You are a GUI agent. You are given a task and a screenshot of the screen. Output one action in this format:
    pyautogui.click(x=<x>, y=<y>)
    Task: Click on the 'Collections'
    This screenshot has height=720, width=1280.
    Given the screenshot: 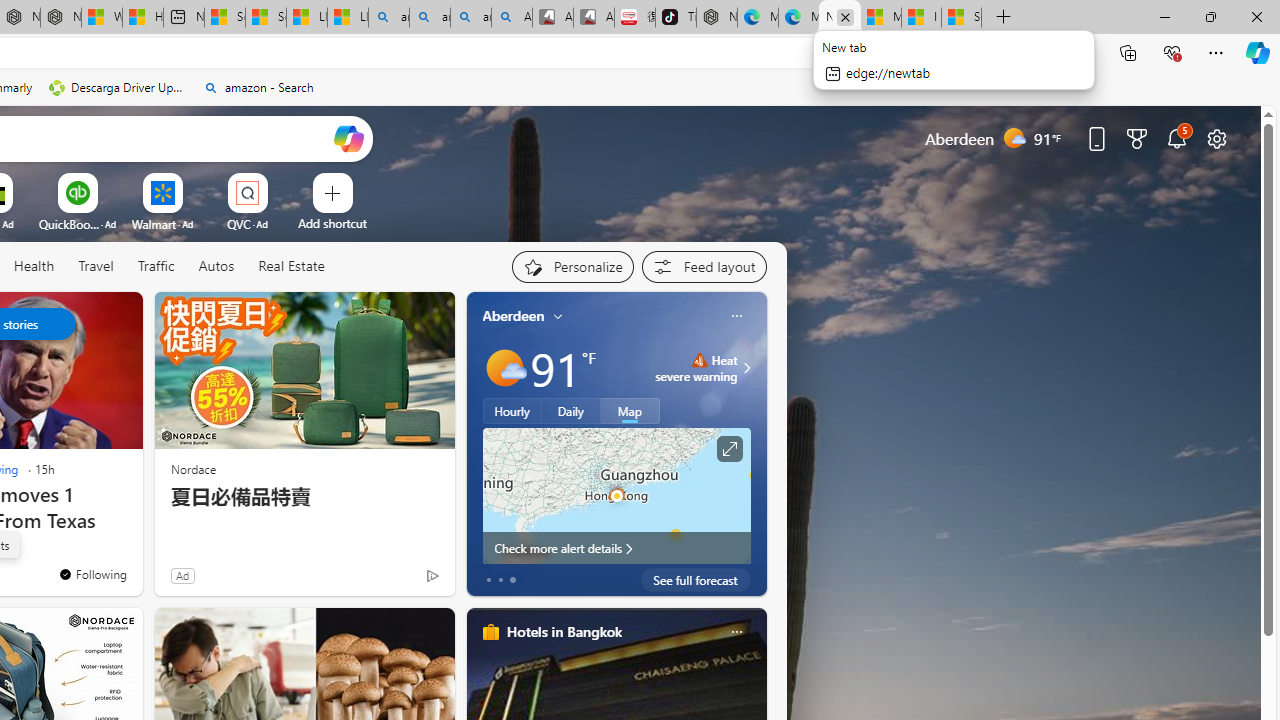 What is the action you would take?
    pyautogui.click(x=1128, y=51)
    